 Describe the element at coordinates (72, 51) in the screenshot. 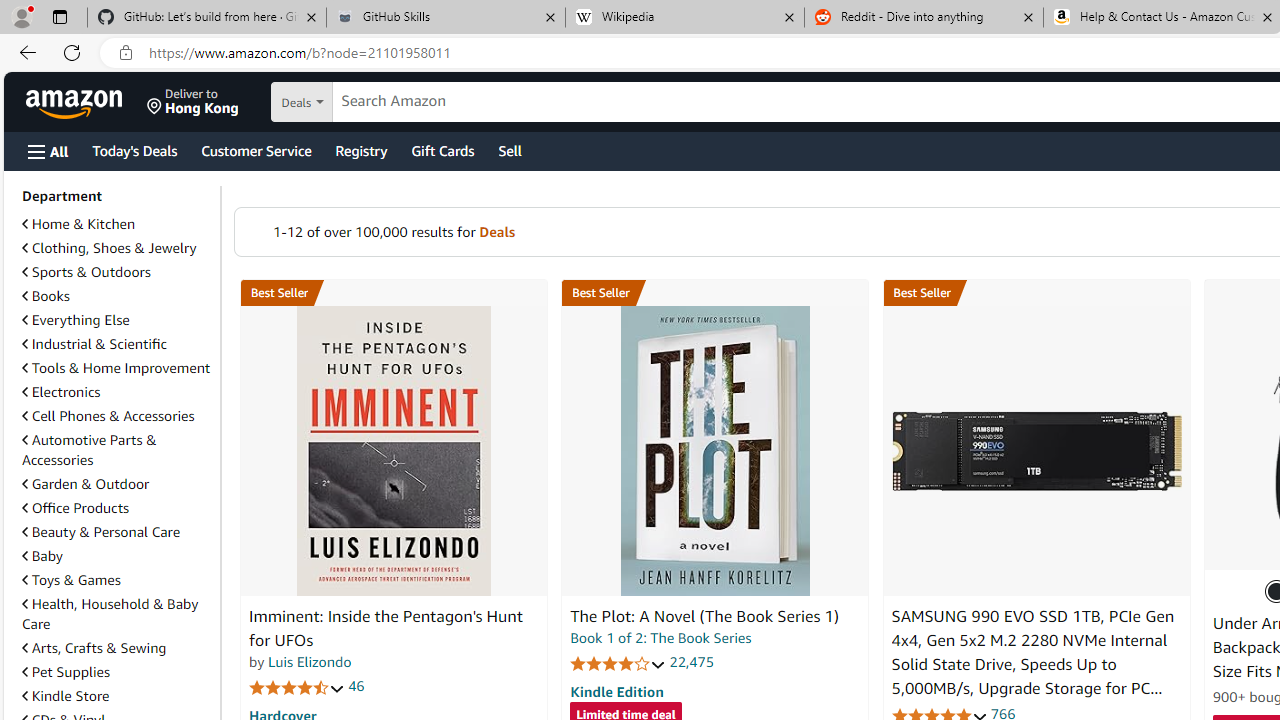

I see `'Refresh'` at that location.